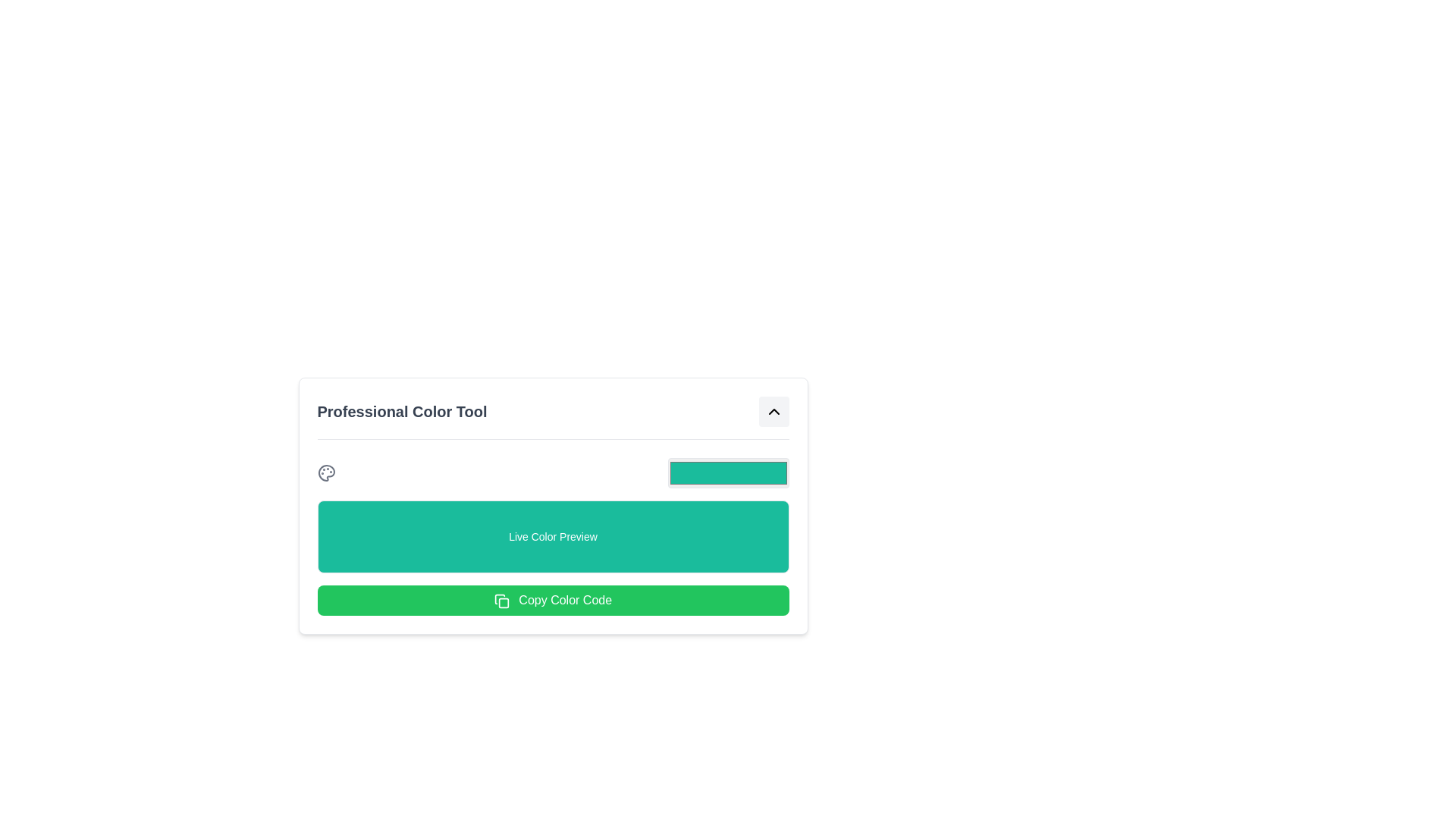 The image size is (1456, 819). Describe the element at coordinates (501, 600) in the screenshot. I see `the 'Copy Color Code' button, which contains the copy icon on its right side, to copy the color code to the clipboard` at that location.